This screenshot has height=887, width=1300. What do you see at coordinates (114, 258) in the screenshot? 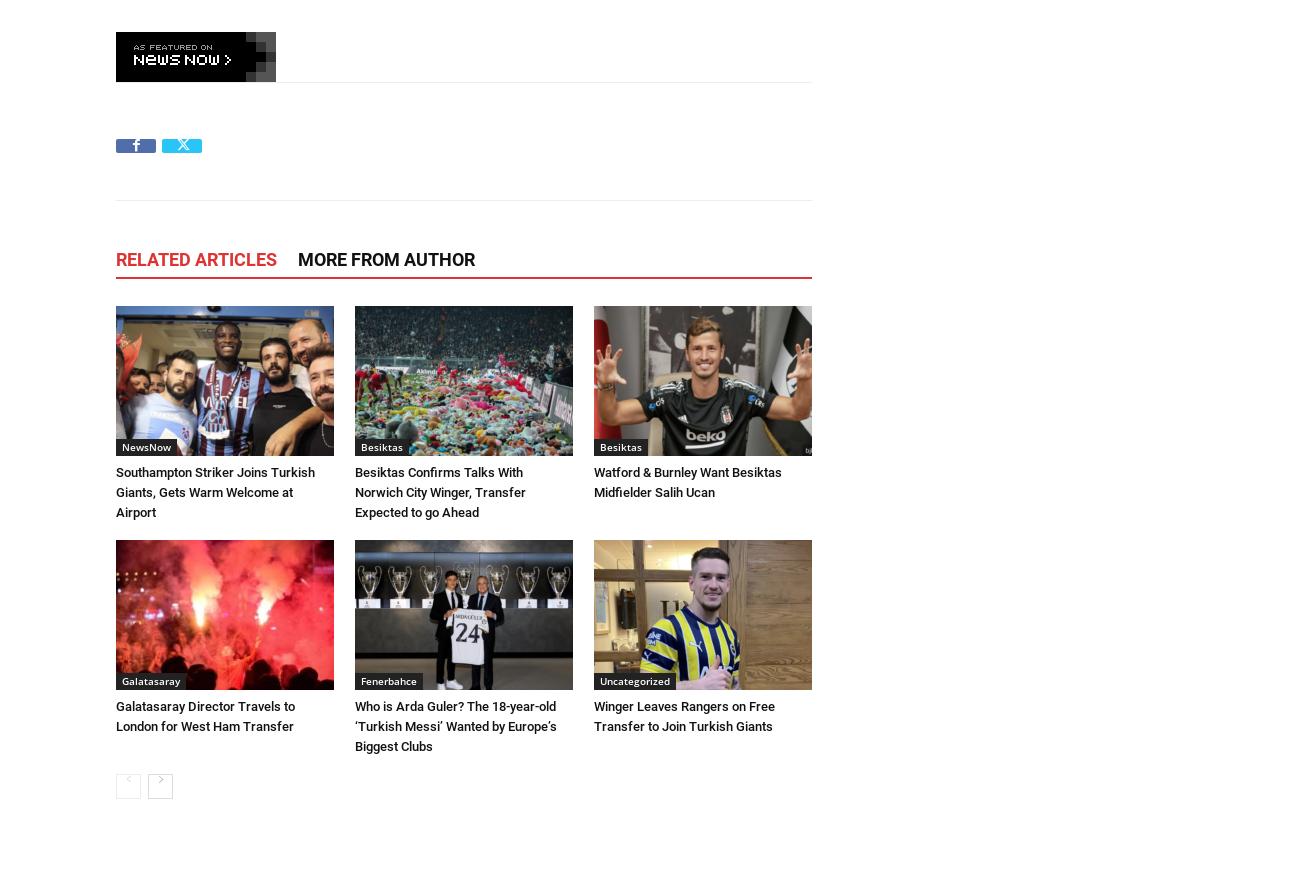
I see `'RELATED ARTICLES'` at bounding box center [114, 258].